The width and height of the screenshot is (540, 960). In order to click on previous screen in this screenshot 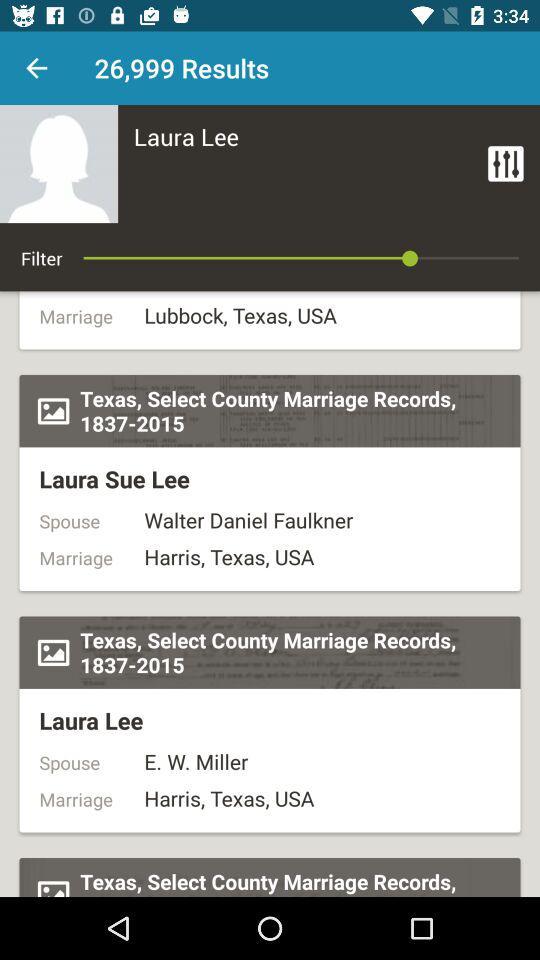, I will do `click(36, 68)`.